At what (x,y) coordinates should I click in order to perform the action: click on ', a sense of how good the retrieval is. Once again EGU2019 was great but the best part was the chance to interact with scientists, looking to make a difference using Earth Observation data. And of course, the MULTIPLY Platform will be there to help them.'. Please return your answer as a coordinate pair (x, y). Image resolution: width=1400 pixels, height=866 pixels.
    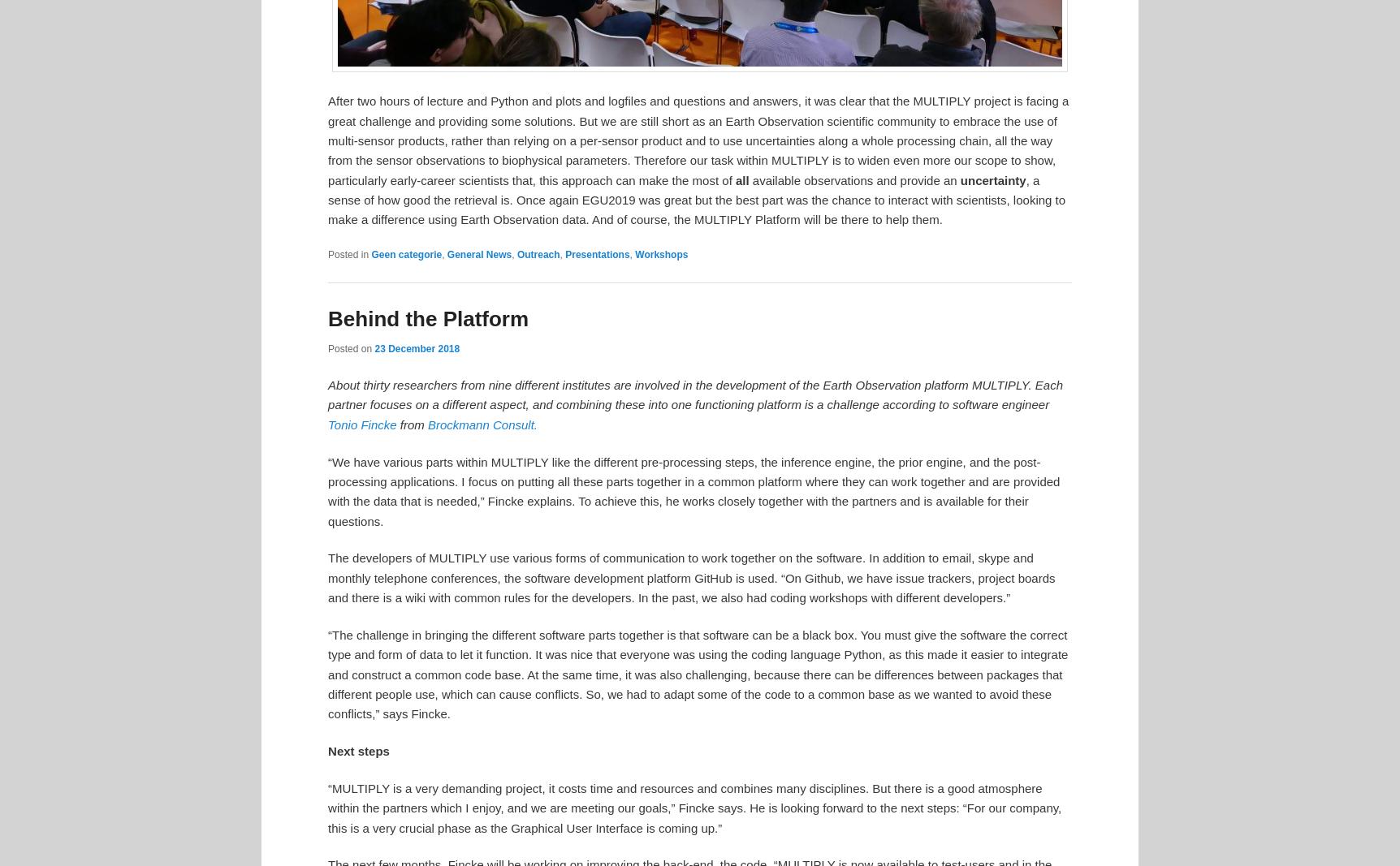
    Looking at the image, I should click on (696, 200).